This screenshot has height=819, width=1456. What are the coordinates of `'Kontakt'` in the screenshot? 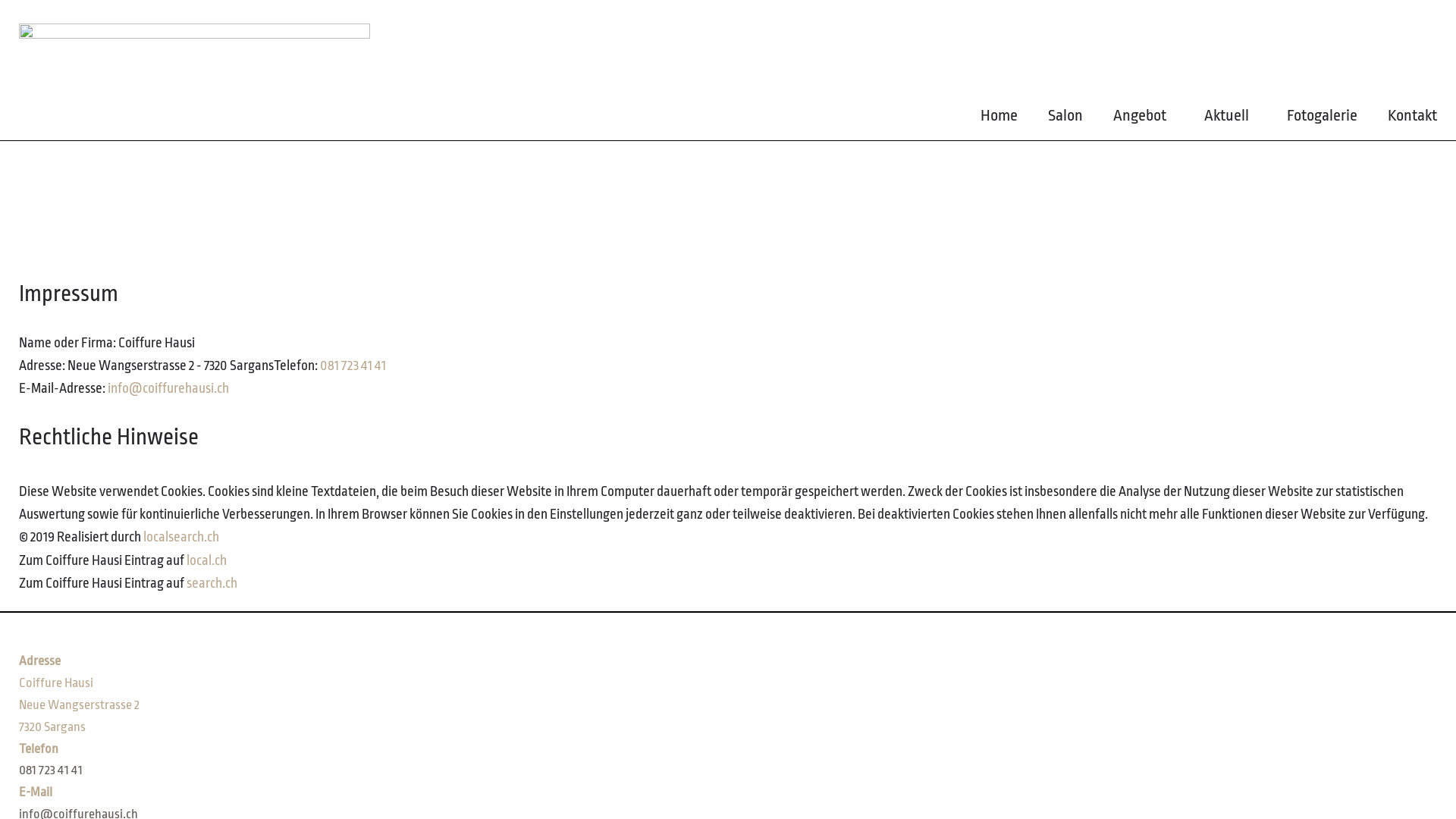 It's located at (1411, 118).